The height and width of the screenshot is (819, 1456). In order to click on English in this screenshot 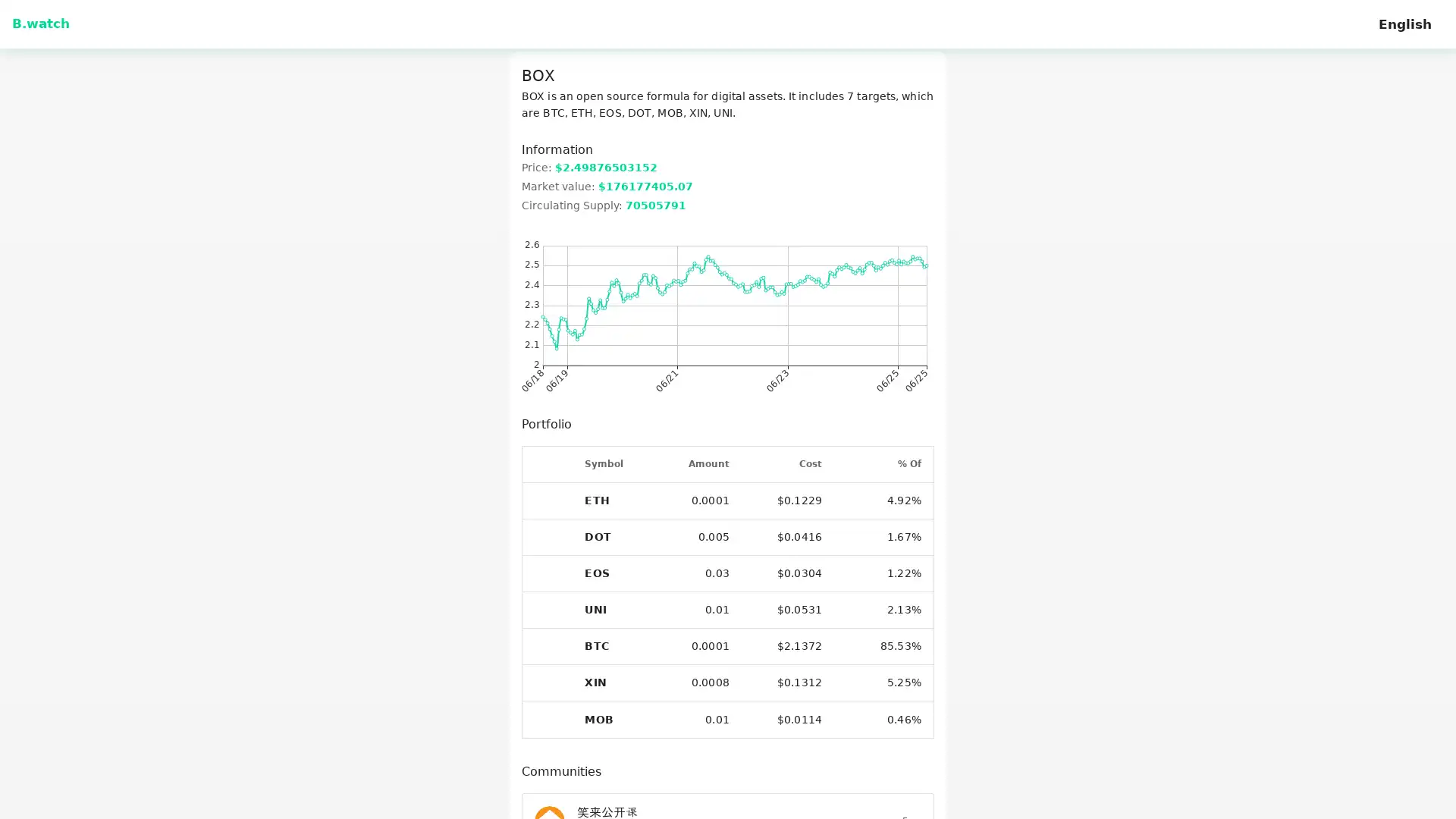, I will do `click(1404, 24)`.